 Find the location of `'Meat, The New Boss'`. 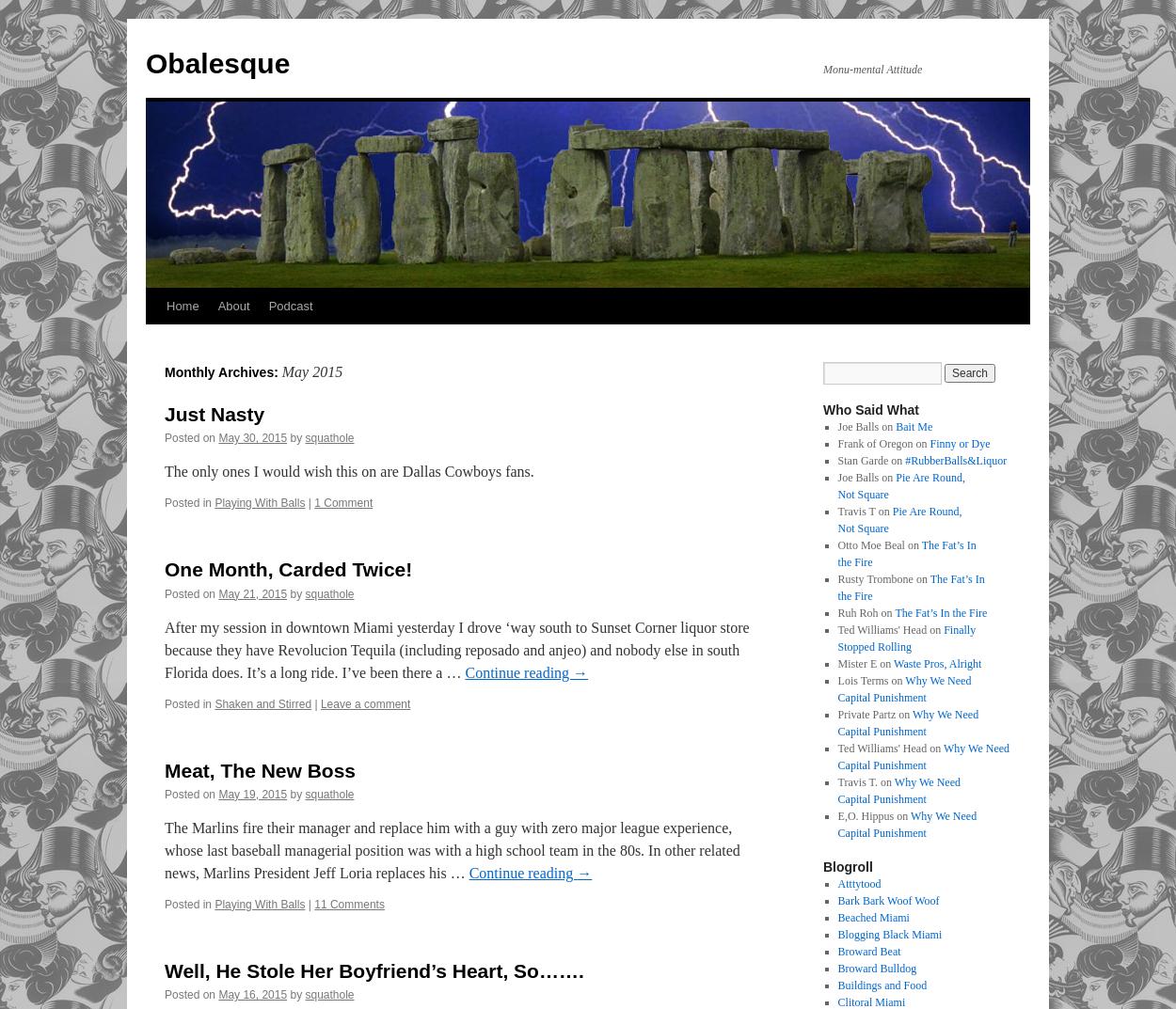

'Meat, The New Boss' is located at coordinates (260, 769).